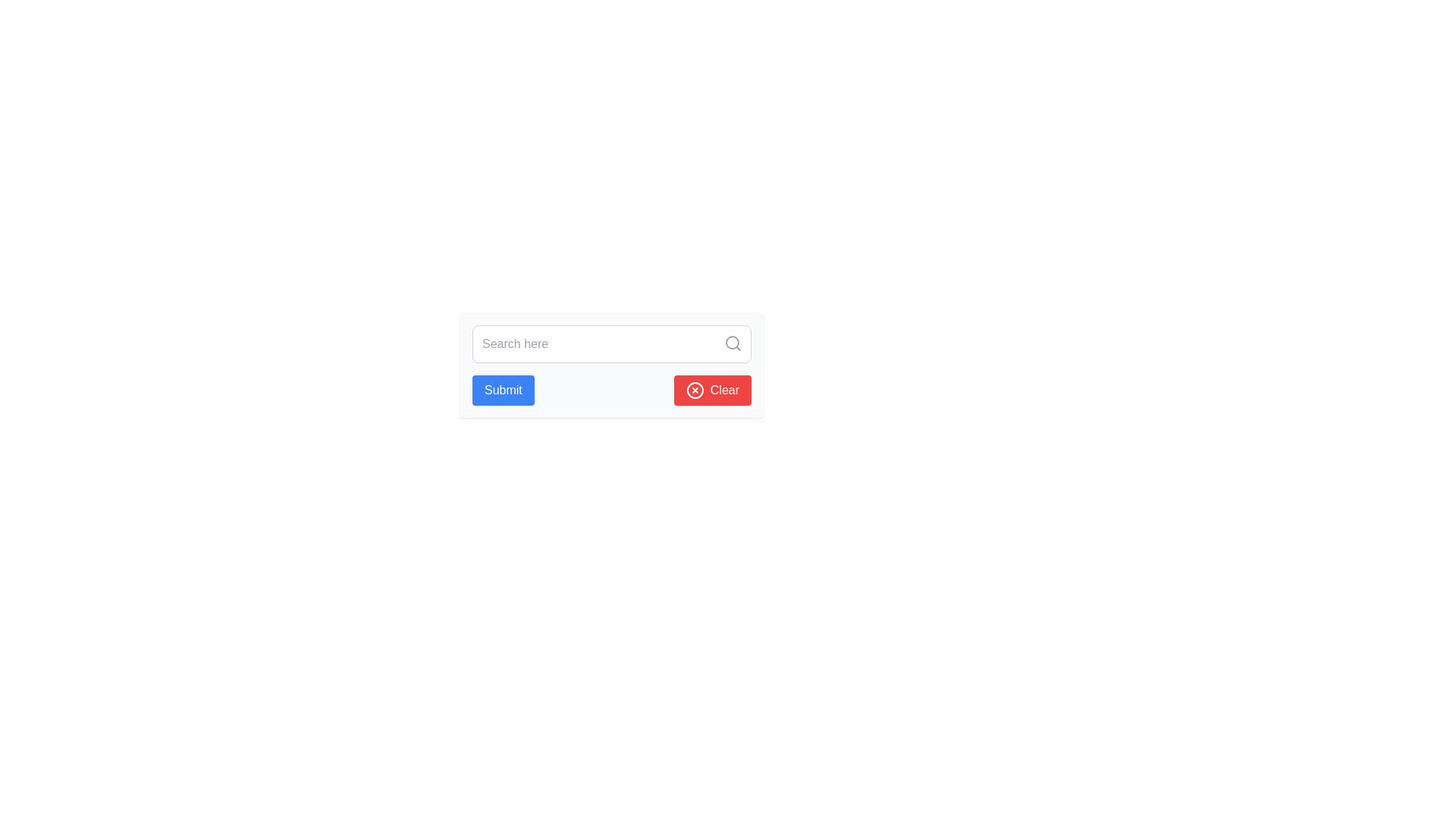 The height and width of the screenshot is (819, 1456). I want to click on the 'Clear' icon located inside the button labeled 'Clear' at the bottom-right corner of the form interface, so click(694, 390).